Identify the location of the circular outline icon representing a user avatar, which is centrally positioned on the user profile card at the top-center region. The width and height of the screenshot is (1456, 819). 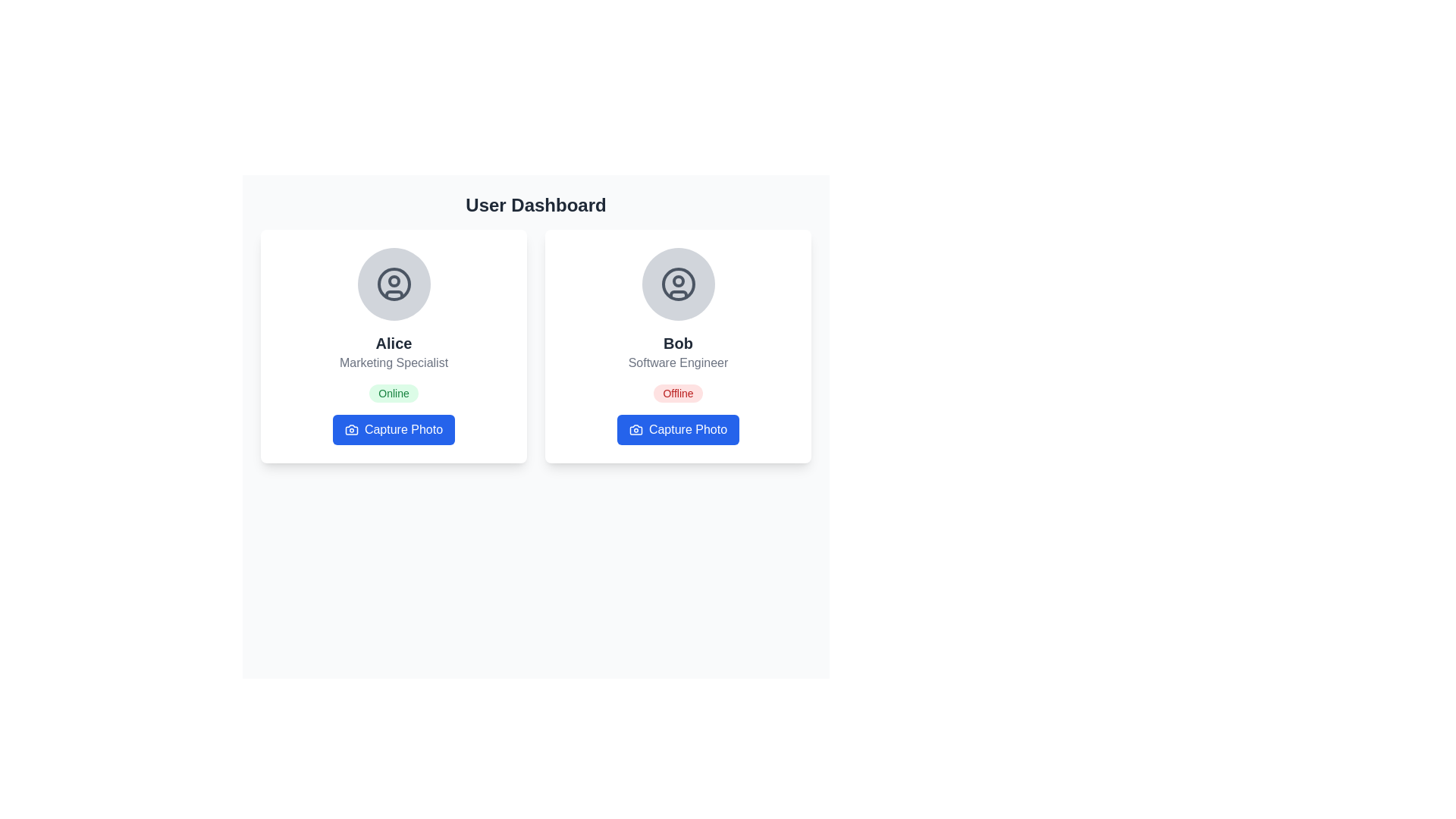
(394, 284).